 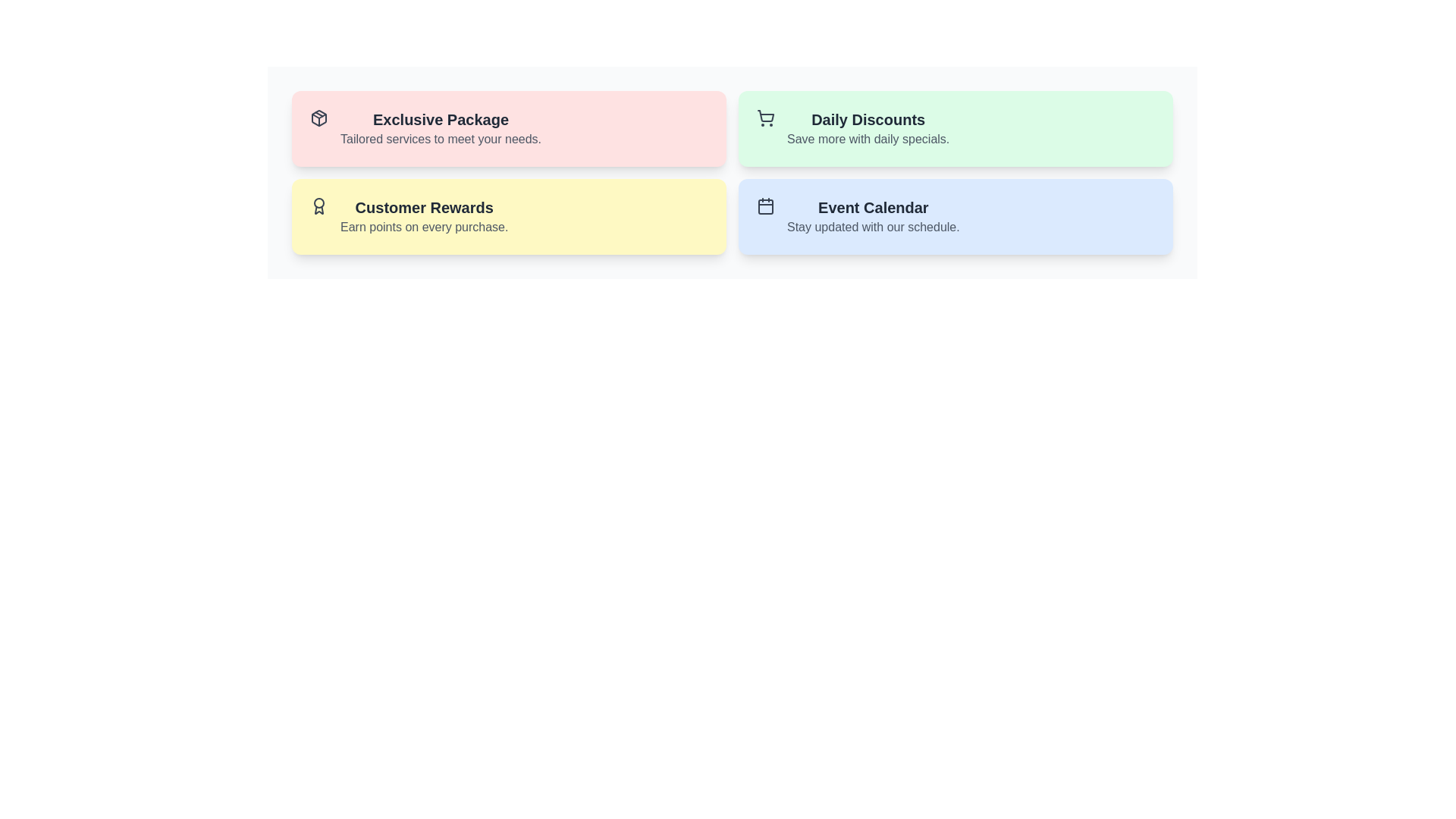 What do you see at coordinates (873, 227) in the screenshot?
I see `the text label reading 'Stay updated with our schedule.' which is located beneath the 'Event Calendar' heading` at bounding box center [873, 227].